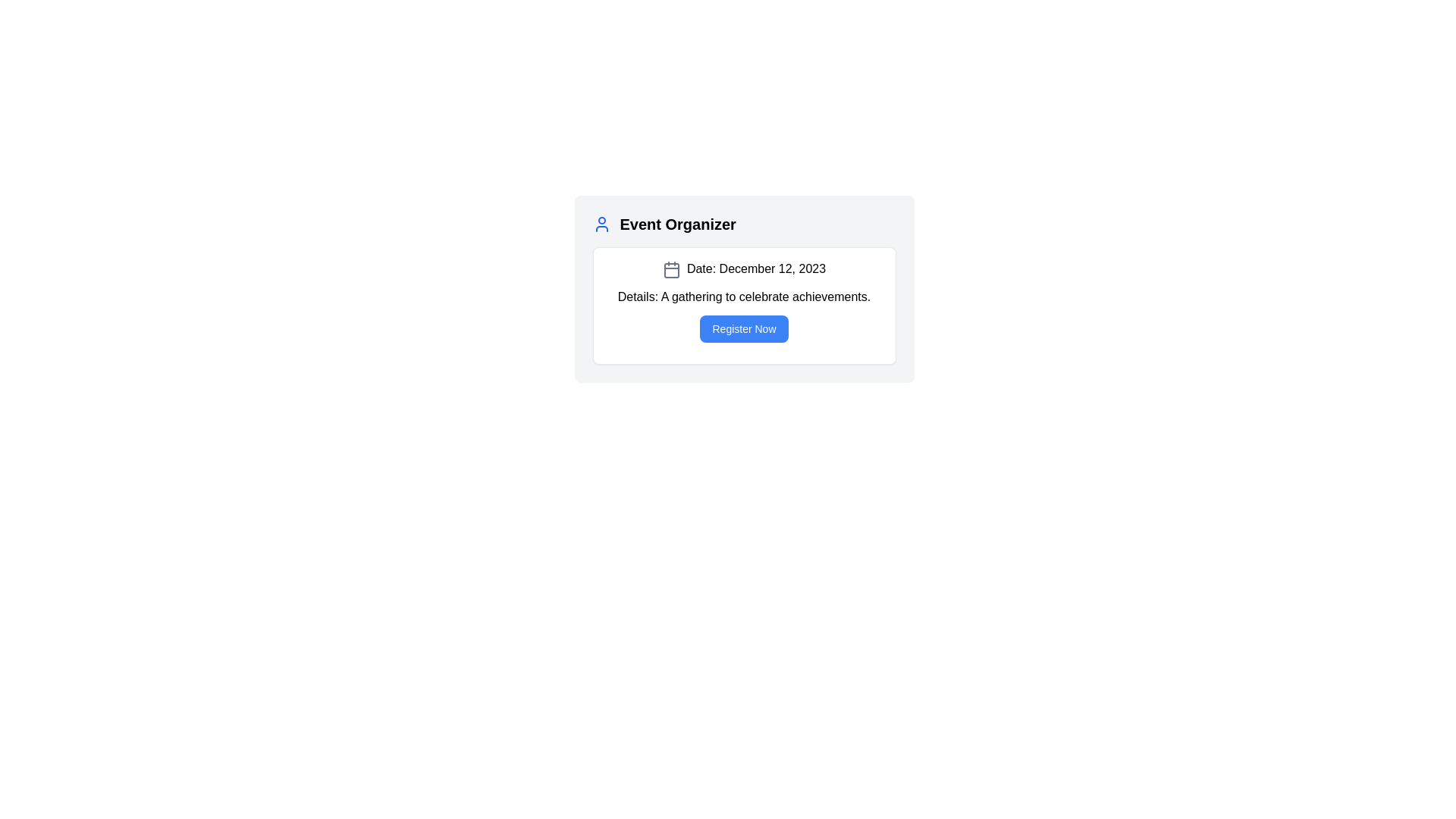 This screenshot has width=1456, height=819. Describe the element at coordinates (601, 224) in the screenshot. I see `the small blue user icon located on the leftmost side of the 'Event Organizer' header` at that location.